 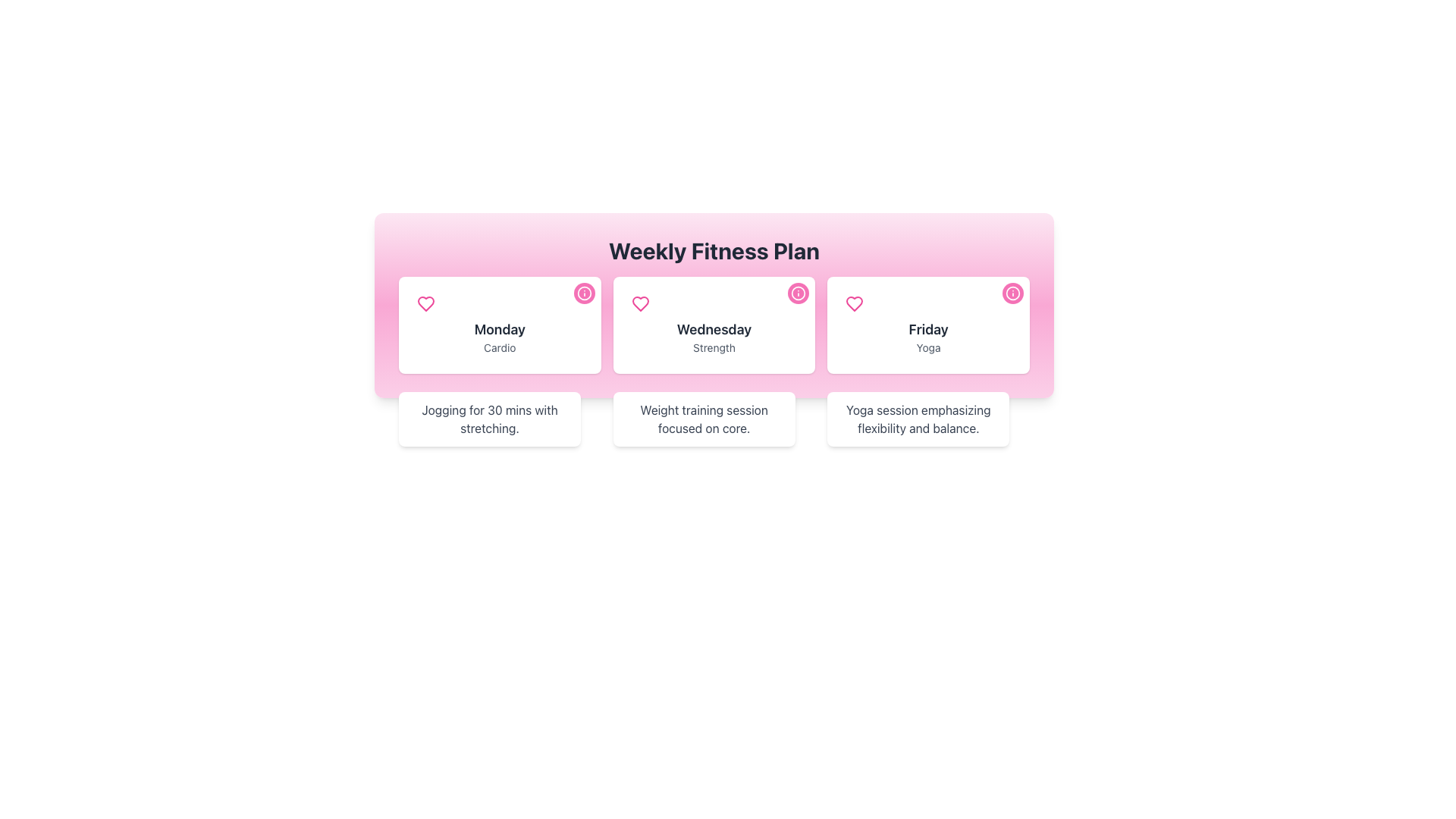 What do you see at coordinates (927, 324) in the screenshot?
I see `the third card in the grid, which features the day 'Friday' and the text 'Yoga'` at bounding box center [927, 324].